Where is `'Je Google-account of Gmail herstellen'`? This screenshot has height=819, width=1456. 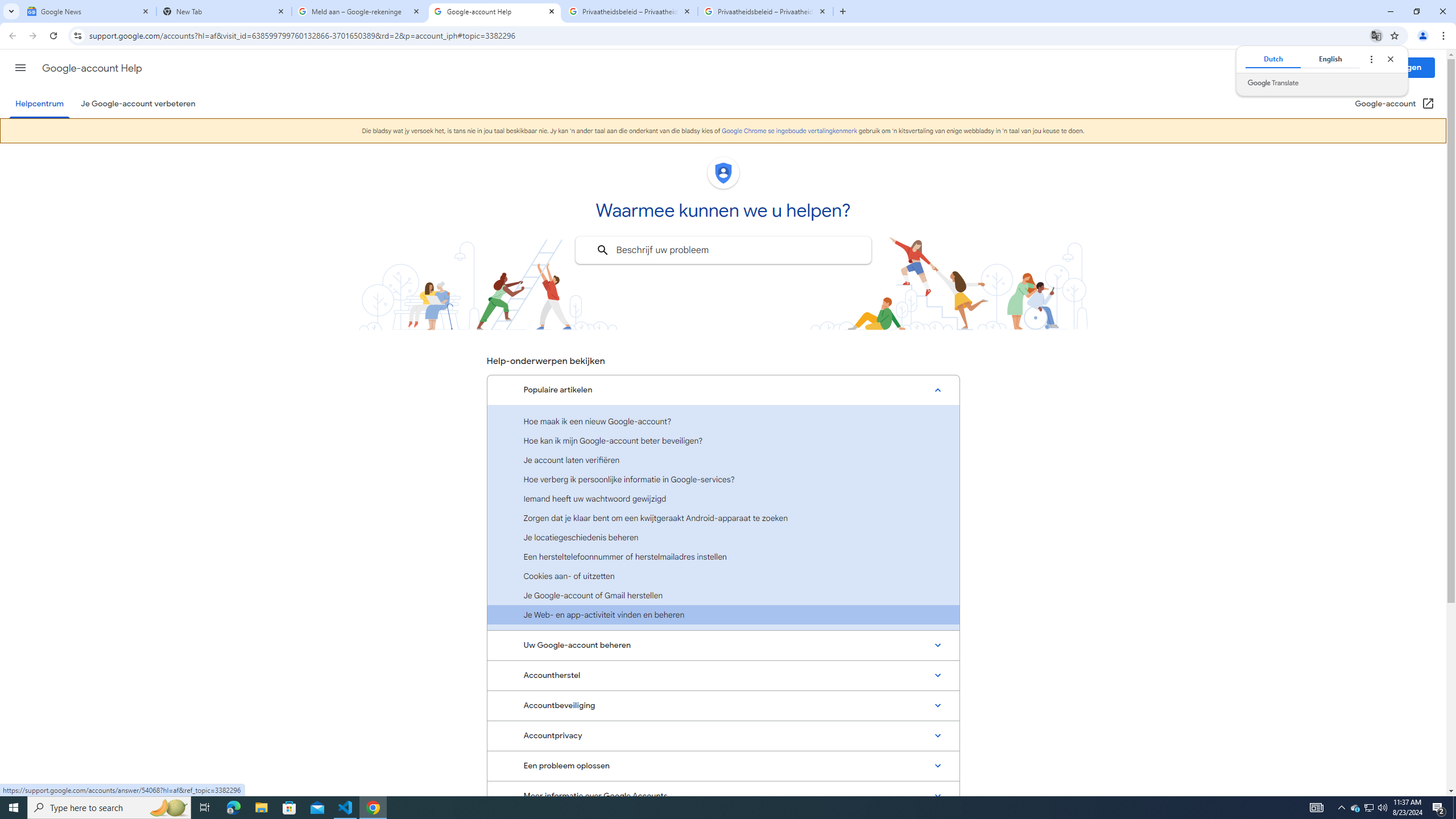
'Je Google-account of Gmail herstellen' is located at coordinates (723, 594).